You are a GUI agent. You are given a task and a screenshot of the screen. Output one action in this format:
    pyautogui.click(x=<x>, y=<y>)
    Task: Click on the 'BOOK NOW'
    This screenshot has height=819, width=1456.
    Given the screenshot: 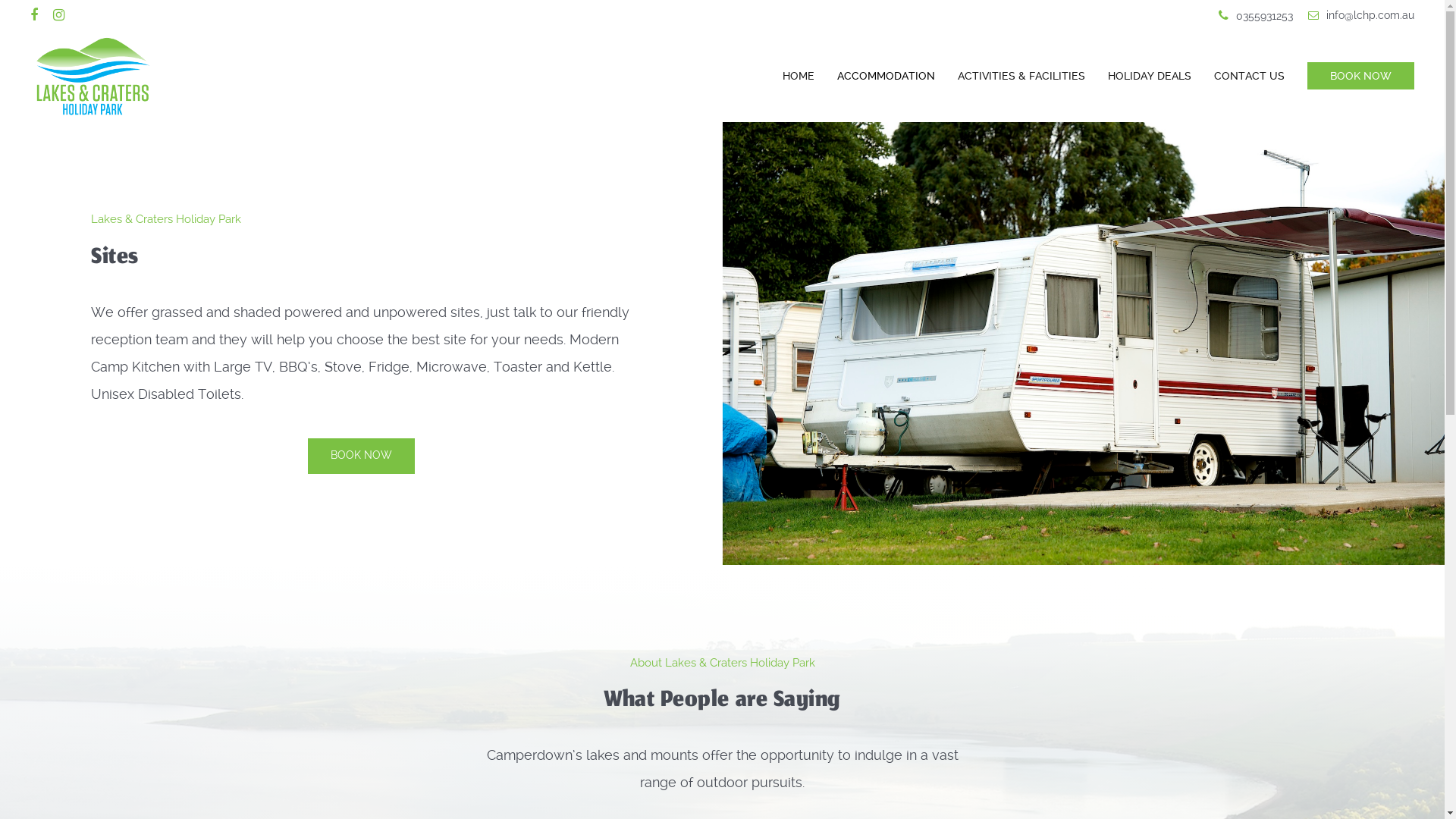 What is the action you would take?
    pyautogui.click(x=1354, y=76)
    